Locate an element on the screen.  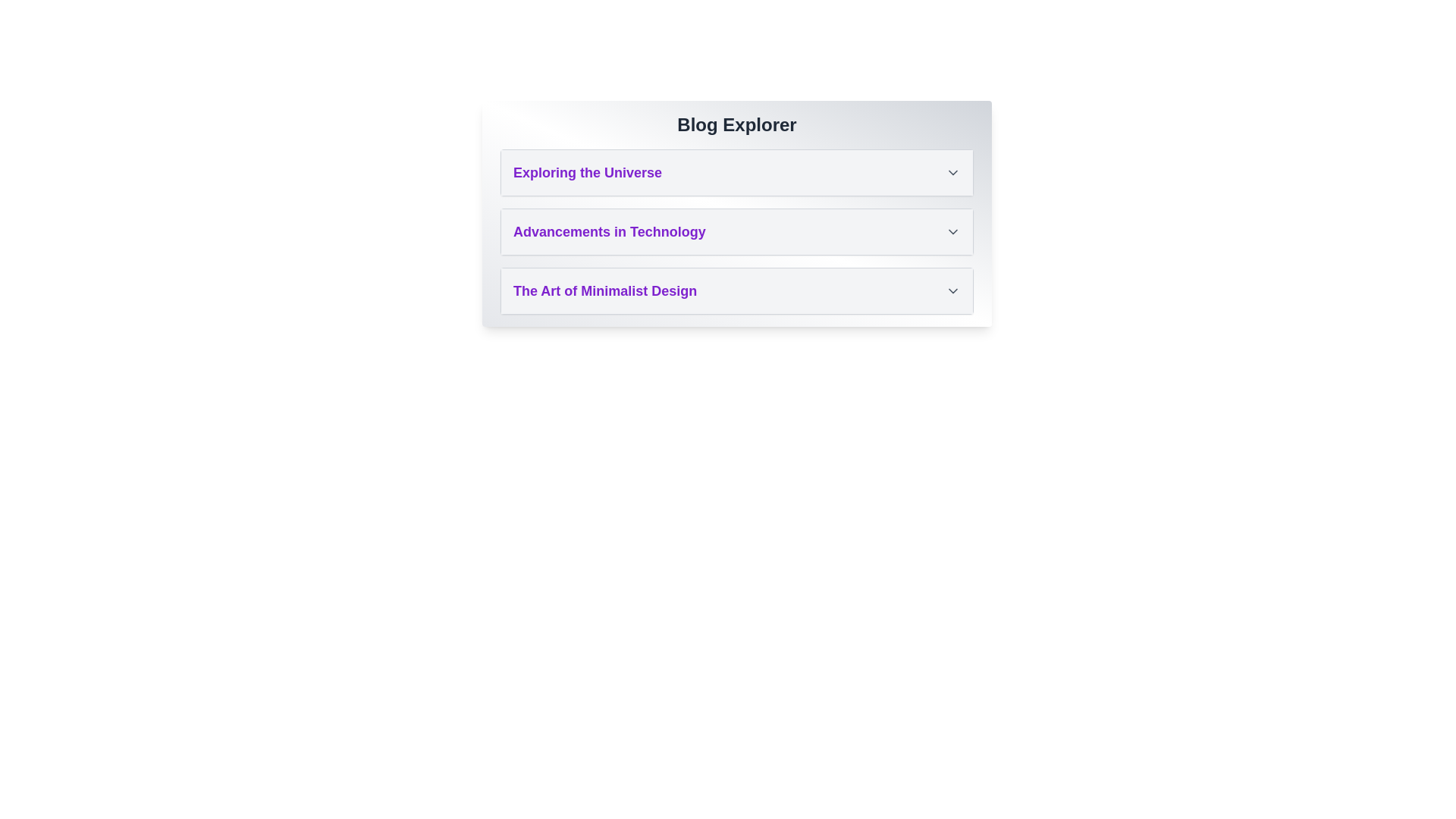
the third item in the 'Blog Explorer' collapsible list, titled 'The Art of Minimalist Design' is located at coordinates (736, 291).